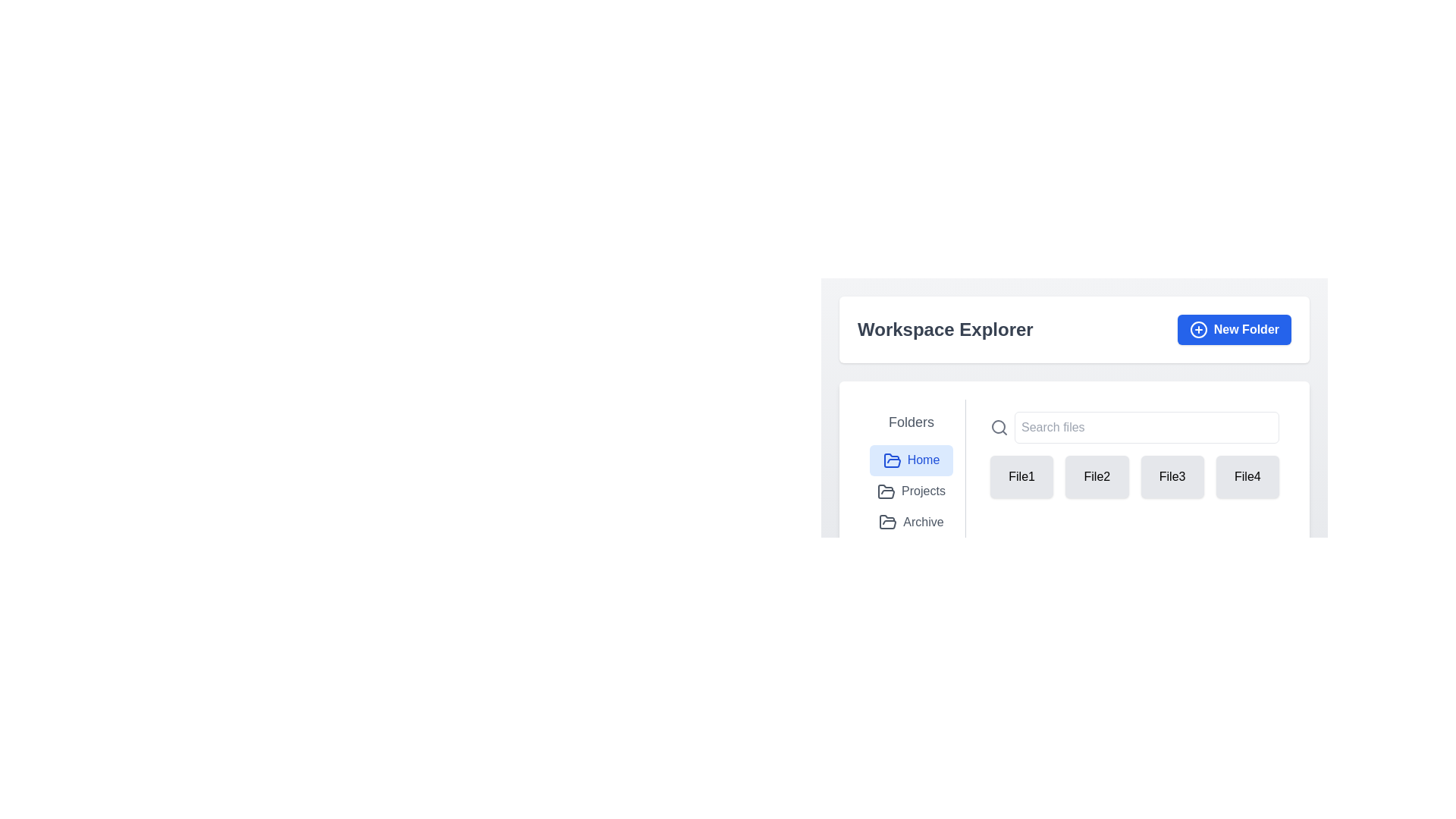  What do you see at coordinates (1097, 475) in the screenshot?
I see `the second file or folder button in the file explorer interface` at bounding box center [1097, 475].